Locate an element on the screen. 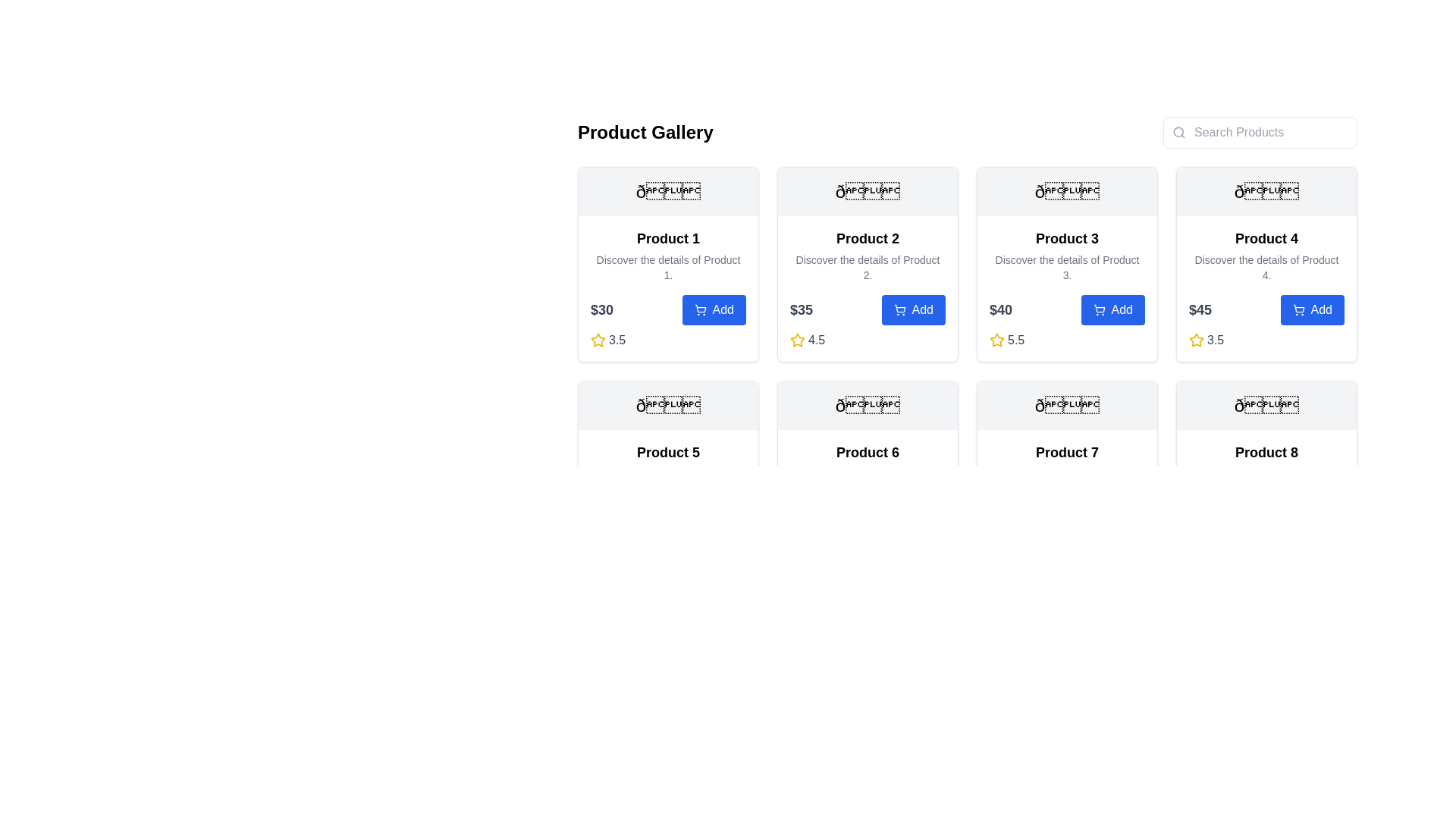 Image resolution: width=1456 pixels, height=819 pixels. the star icon located at the bottom-left of the product card for 'Product 3', adjacent to the rating value '5.5' to interact with it is located at coordinates (996, 338).